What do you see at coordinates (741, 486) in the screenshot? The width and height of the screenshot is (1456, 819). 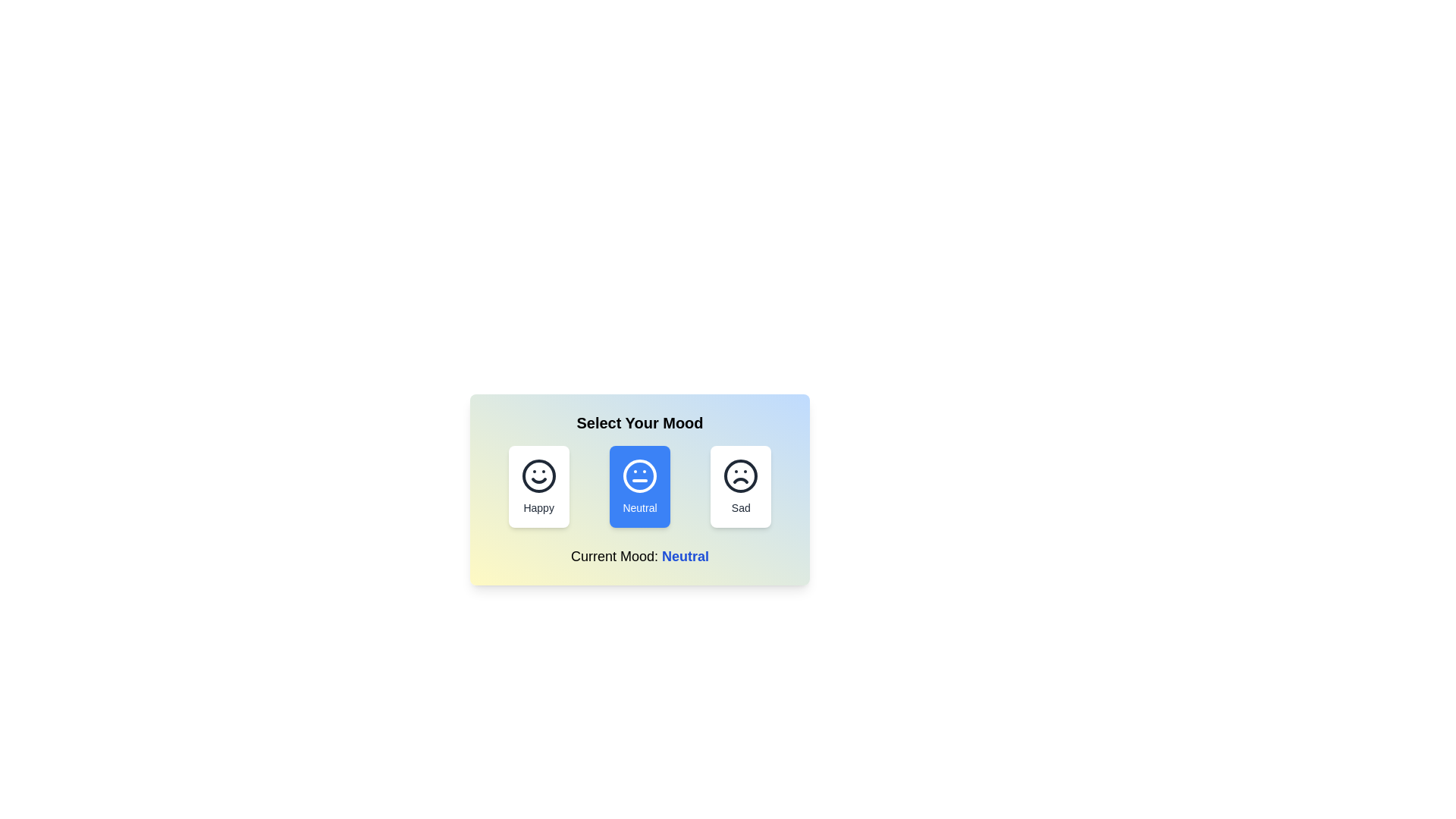 I see `the mood button corresponding to Sad` at bounding box center [741, 486].